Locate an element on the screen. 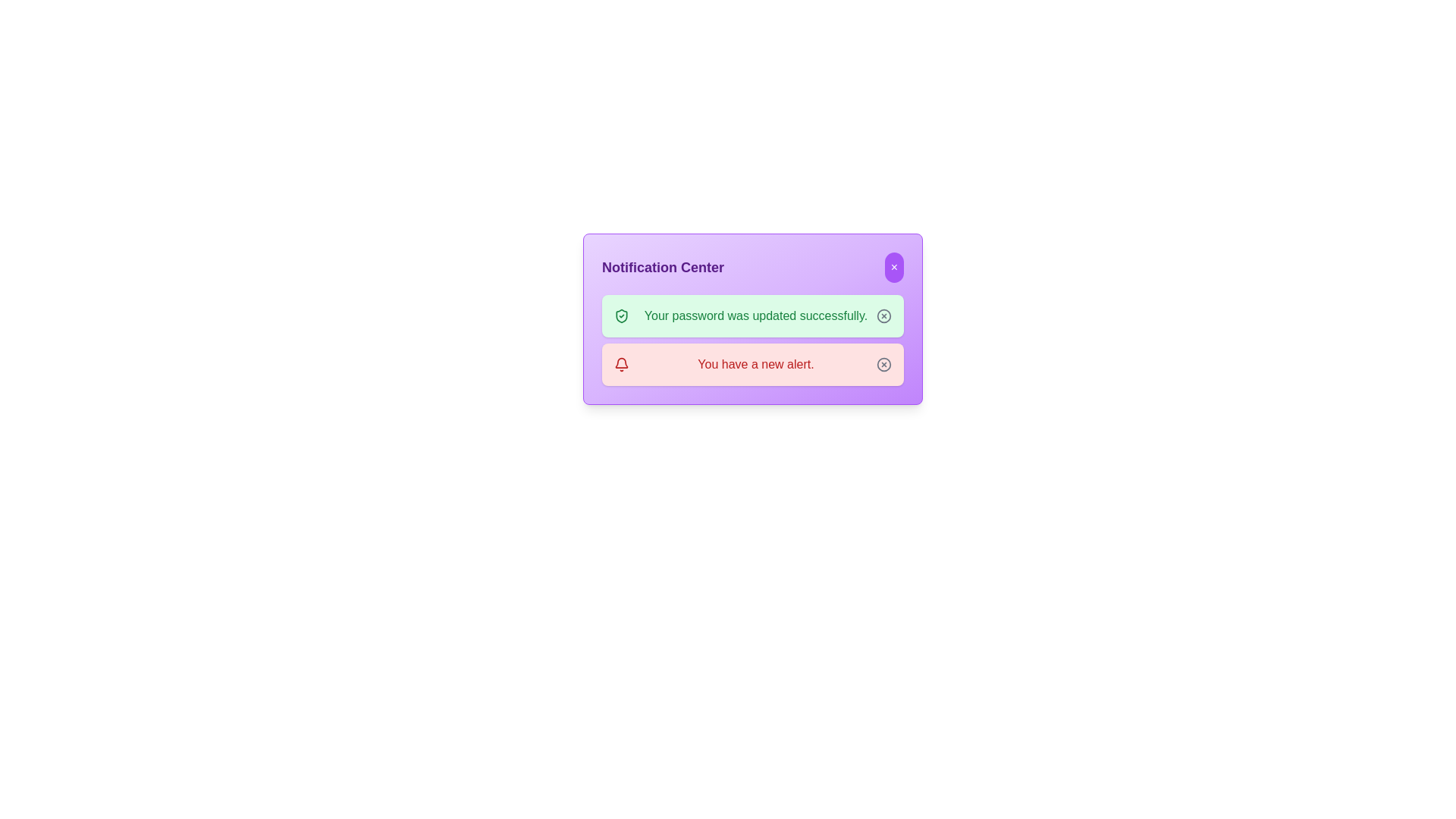  the notification box that indicates a new alert, positioned below the green notification about a successful password update is located at coordinates (753, 365).